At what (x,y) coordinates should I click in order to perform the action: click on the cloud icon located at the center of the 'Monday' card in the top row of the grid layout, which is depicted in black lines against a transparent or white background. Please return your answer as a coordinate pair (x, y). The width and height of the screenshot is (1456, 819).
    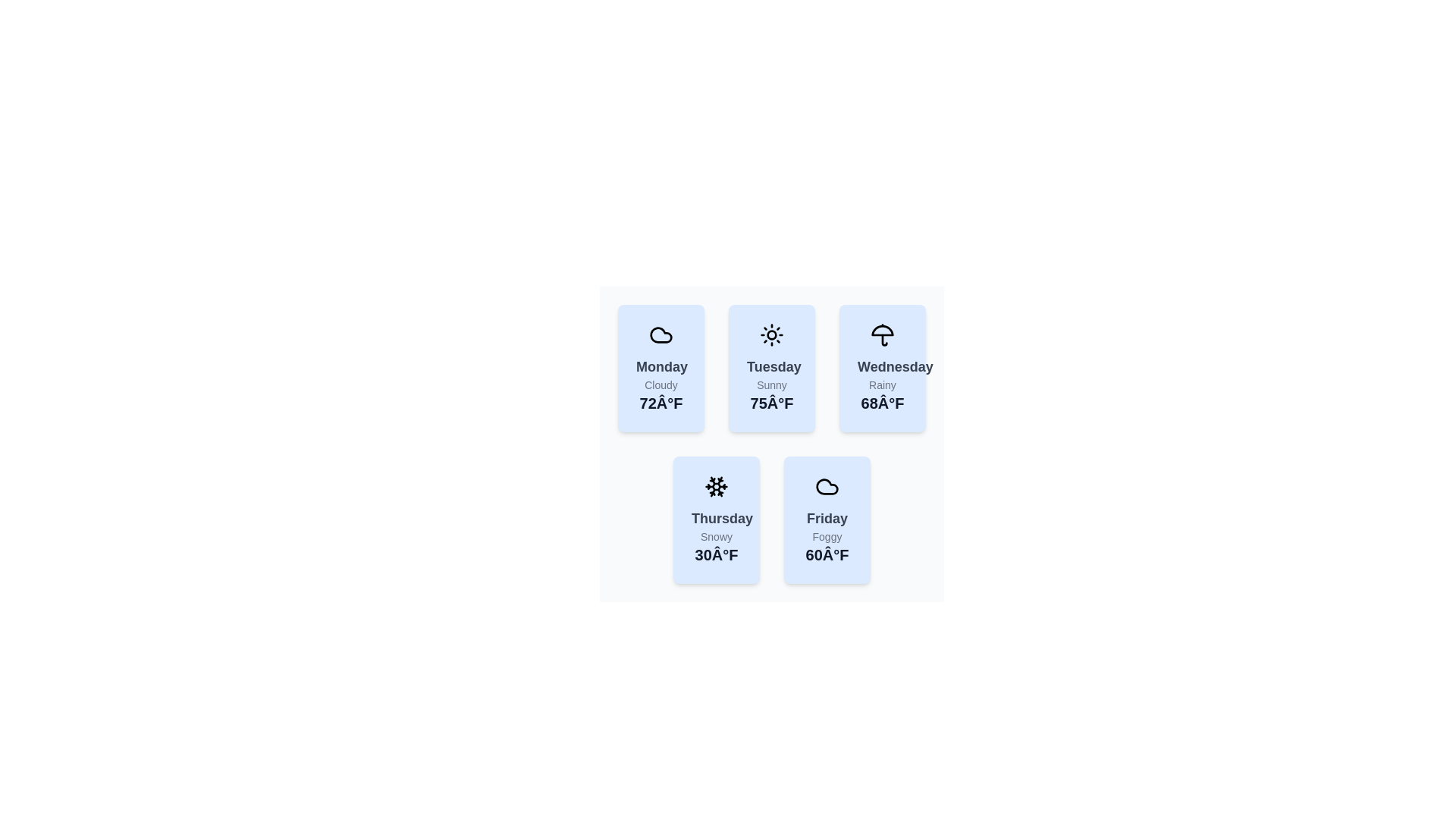
    Looking at the image, I should click on (661, 334).